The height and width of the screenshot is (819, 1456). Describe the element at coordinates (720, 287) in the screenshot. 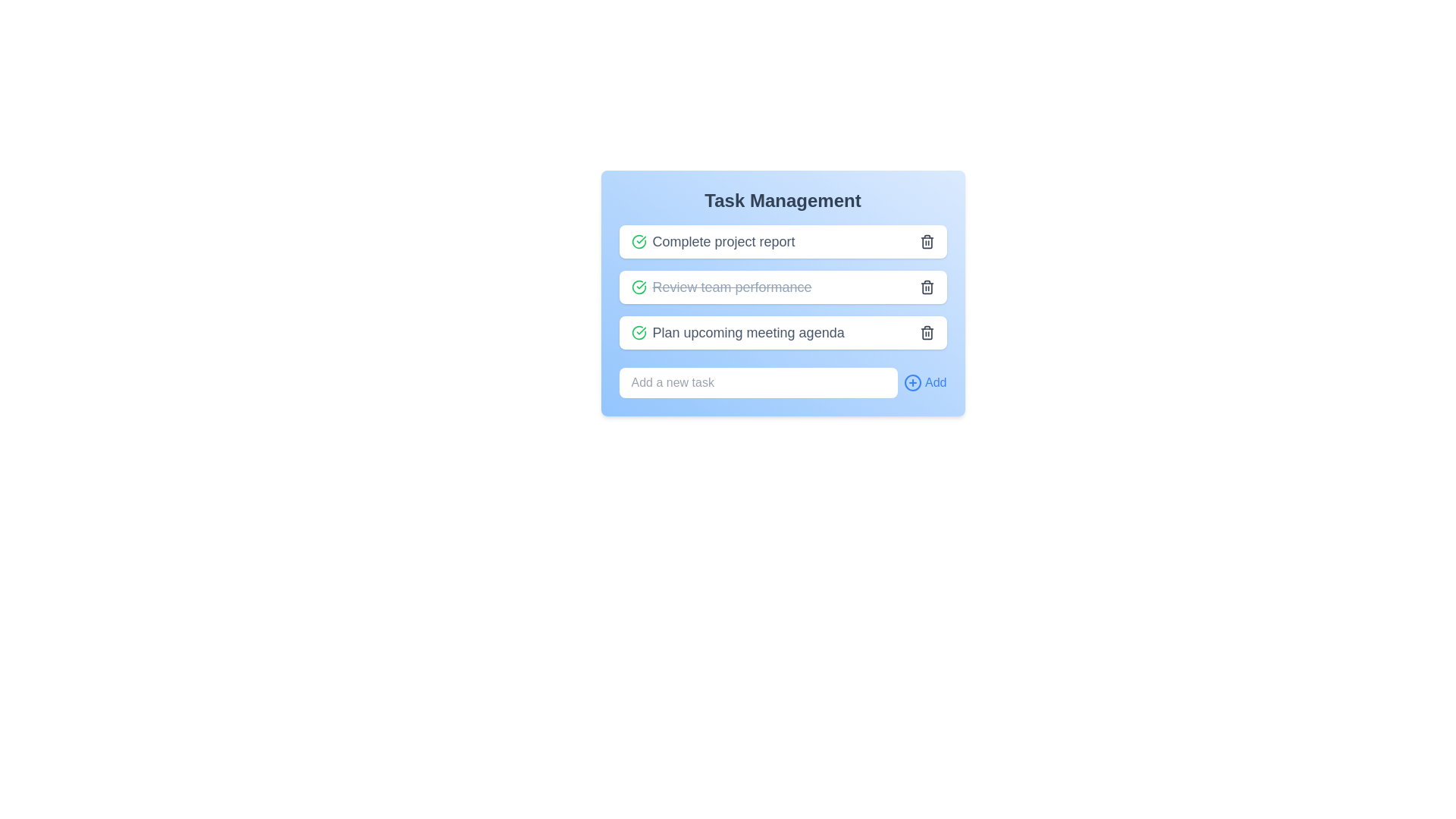

I see `the label for a completed task in the task management application, located between 'Complete project report' and 'Plan upcoming meeting agenda', with a green checkmark icon on the left and a trash can icon on the right` at that location.